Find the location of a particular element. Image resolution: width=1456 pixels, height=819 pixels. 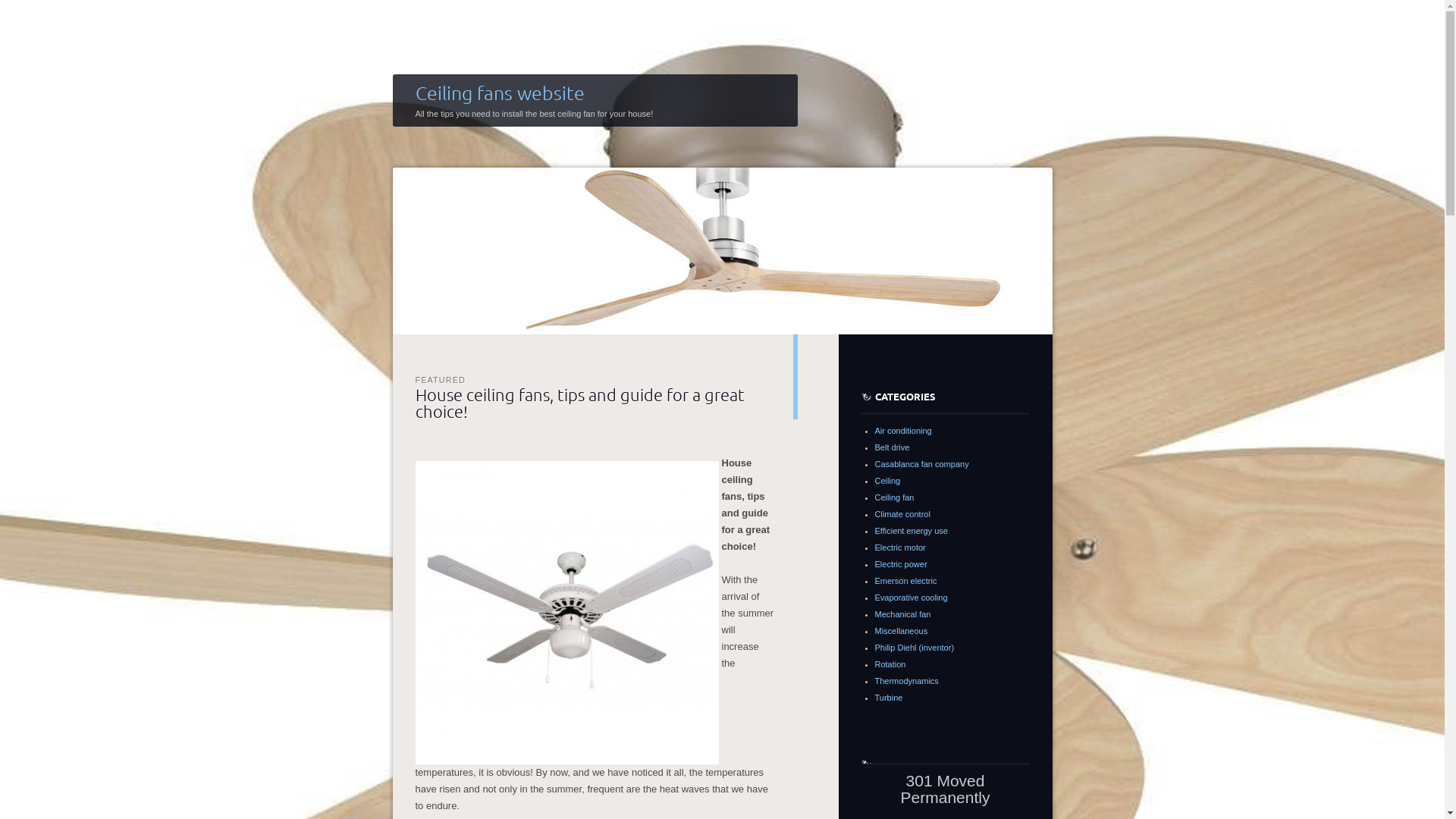

'Ceiling' is located at coordinates (888, 480).